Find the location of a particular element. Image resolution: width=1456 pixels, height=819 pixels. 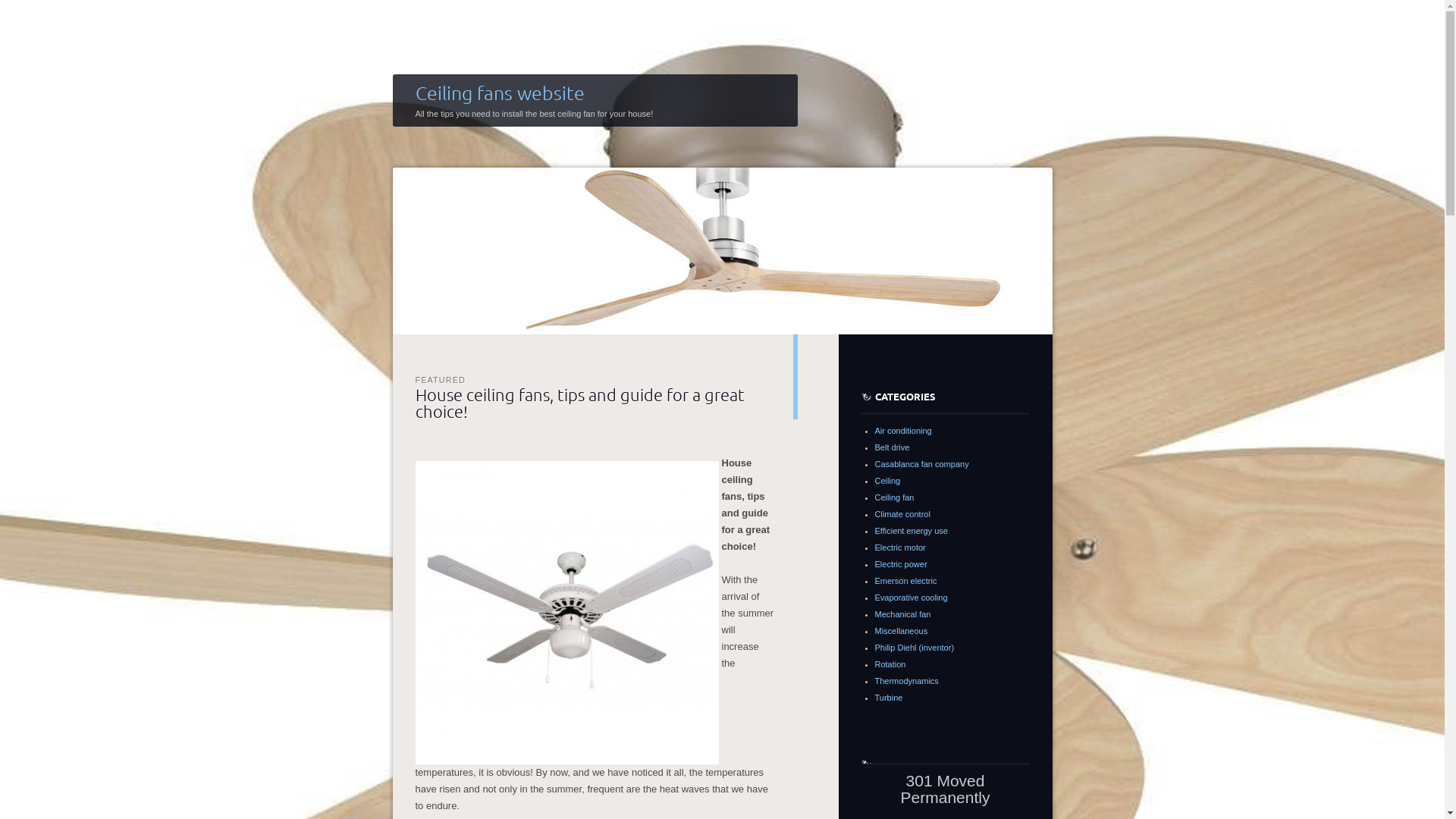

'Ceiling' is located at coordinates (888, 480).